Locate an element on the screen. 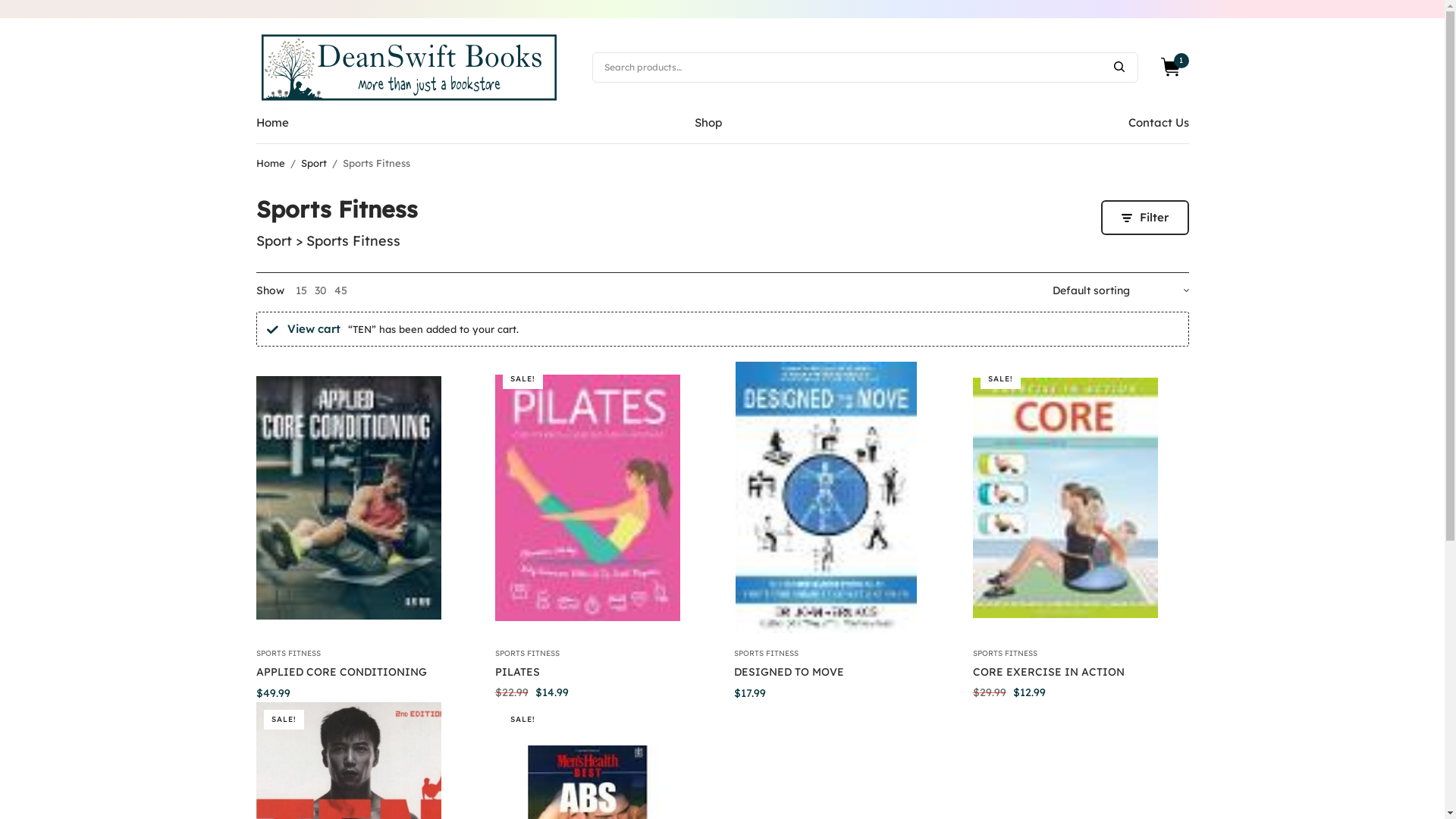 The width and height of the screenshot is (1456, 819). 'PILATES' is located at coordinates (494, 671).